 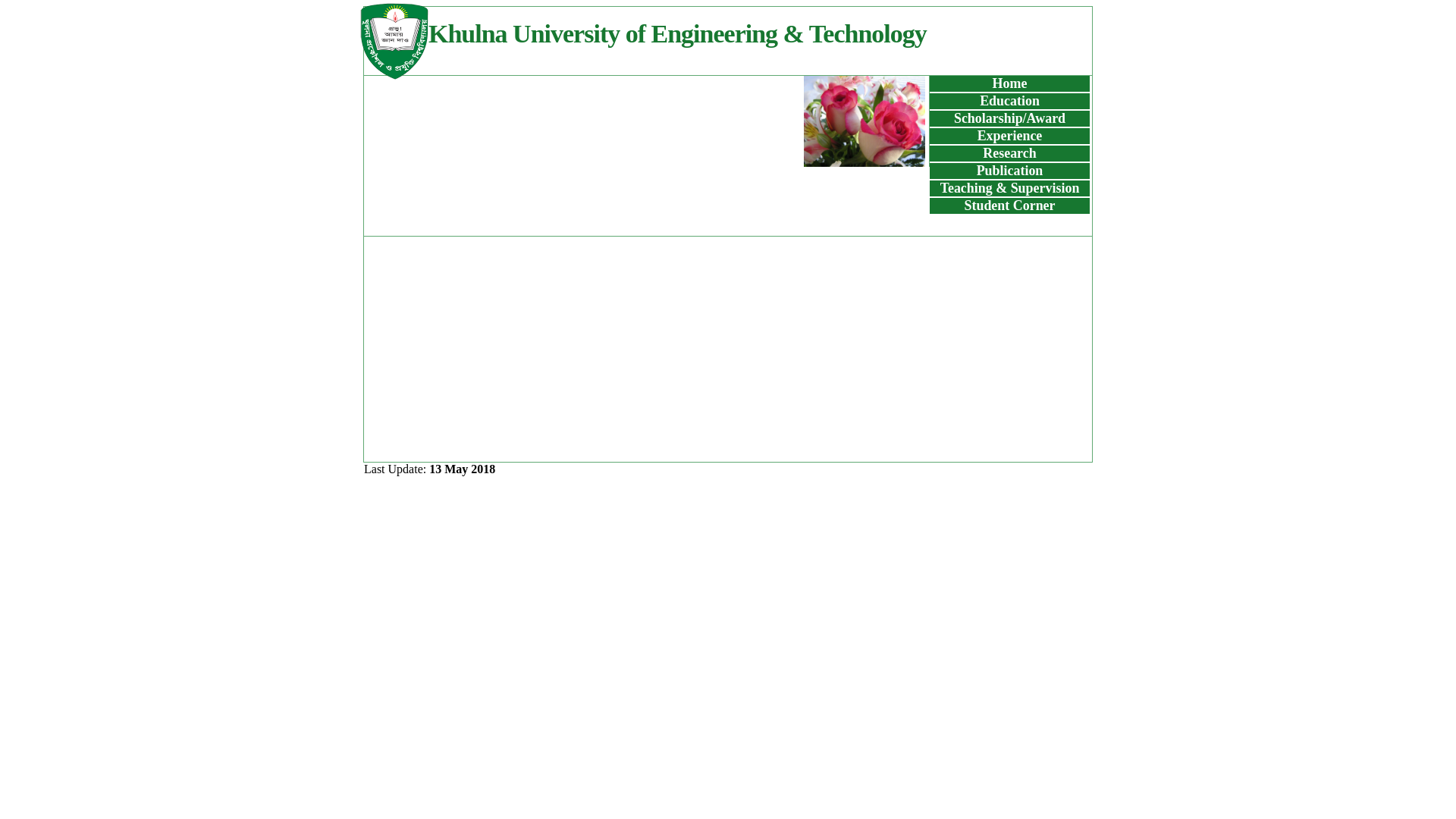 I want to click on 'Education', so click(x=1009, y=100).